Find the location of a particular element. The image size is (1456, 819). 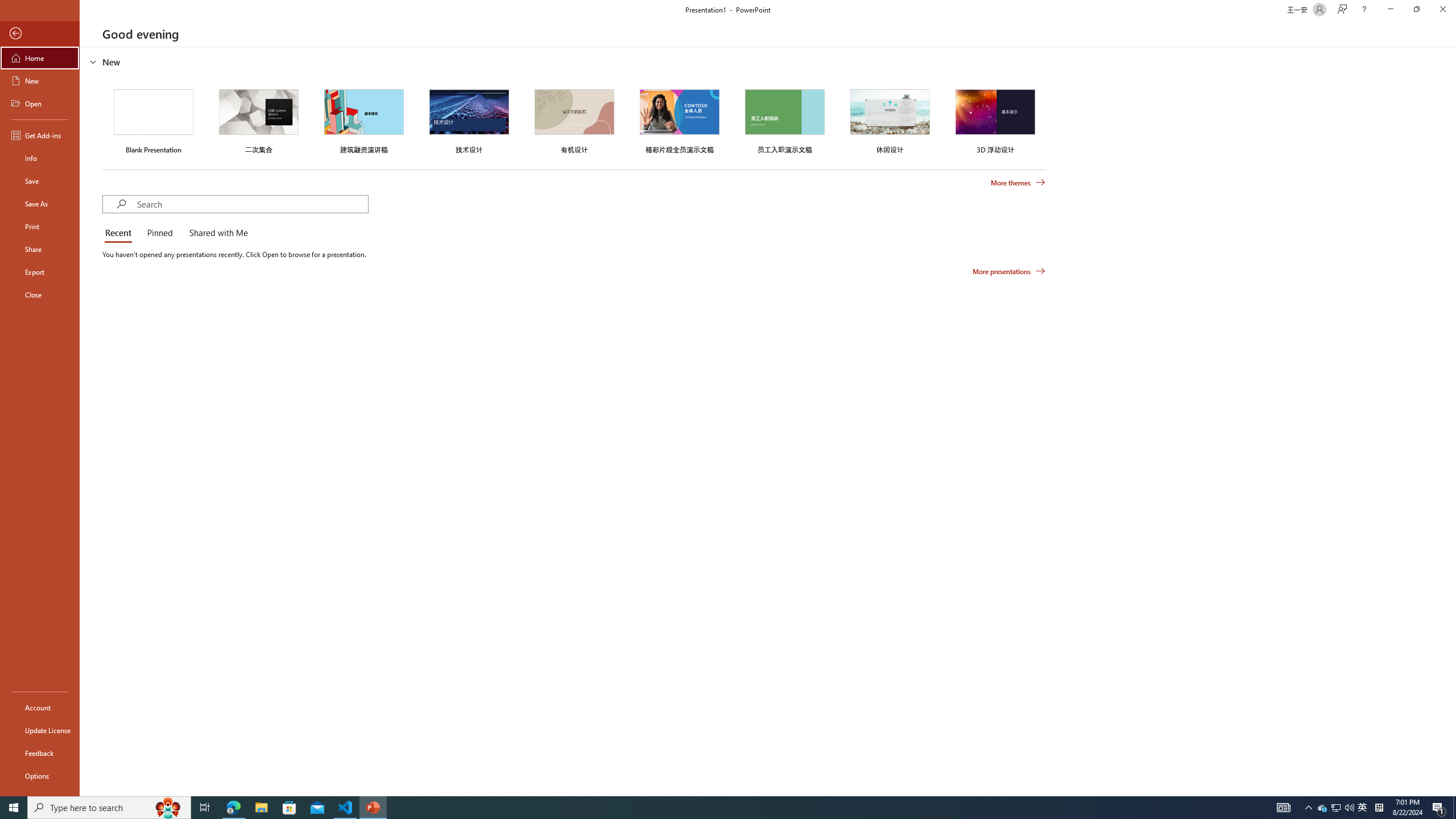

'Search' is located at coordinates (253, 203).